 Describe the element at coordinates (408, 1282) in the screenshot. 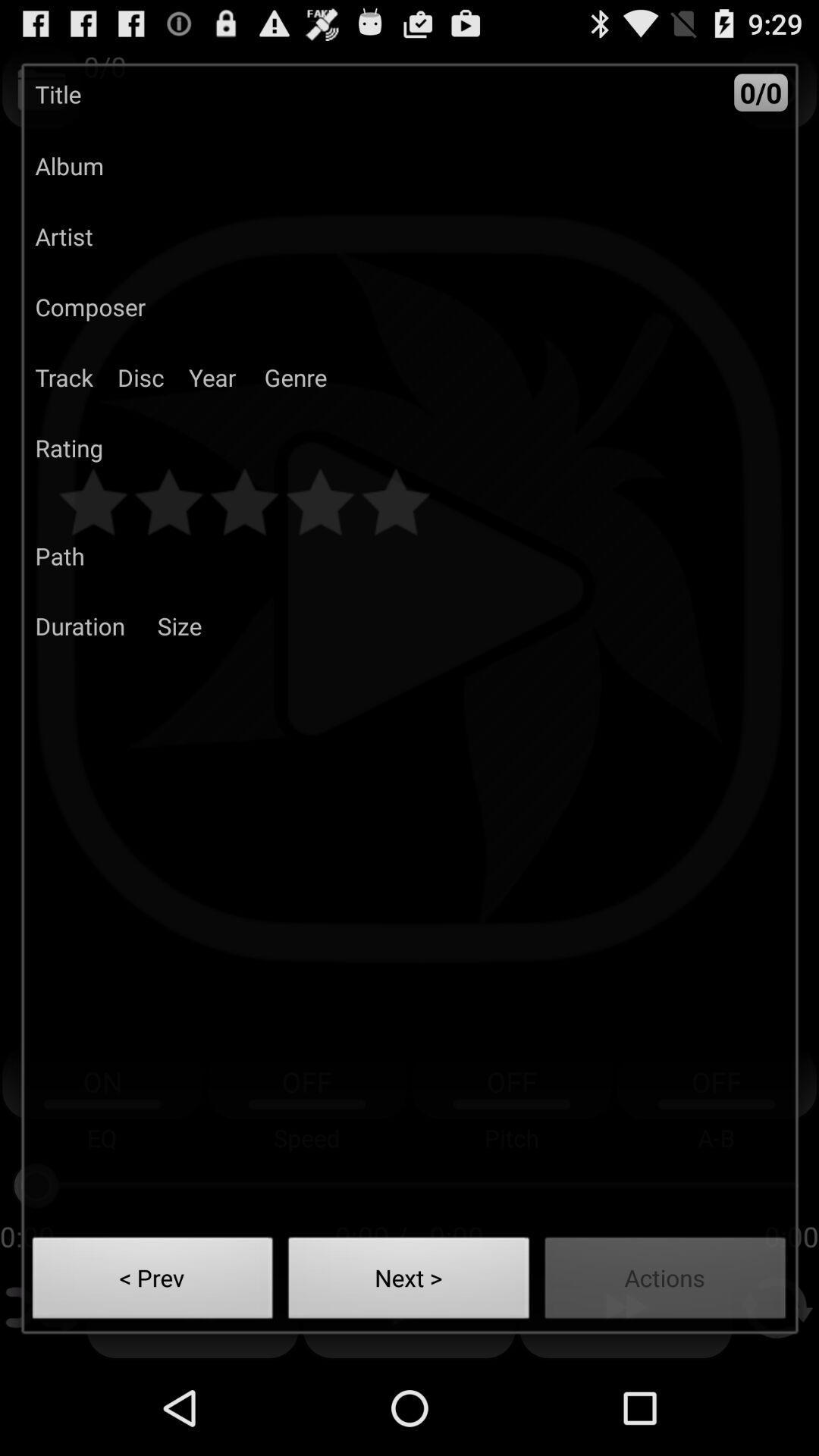

I see `icon to the right of < prev button` at that location.